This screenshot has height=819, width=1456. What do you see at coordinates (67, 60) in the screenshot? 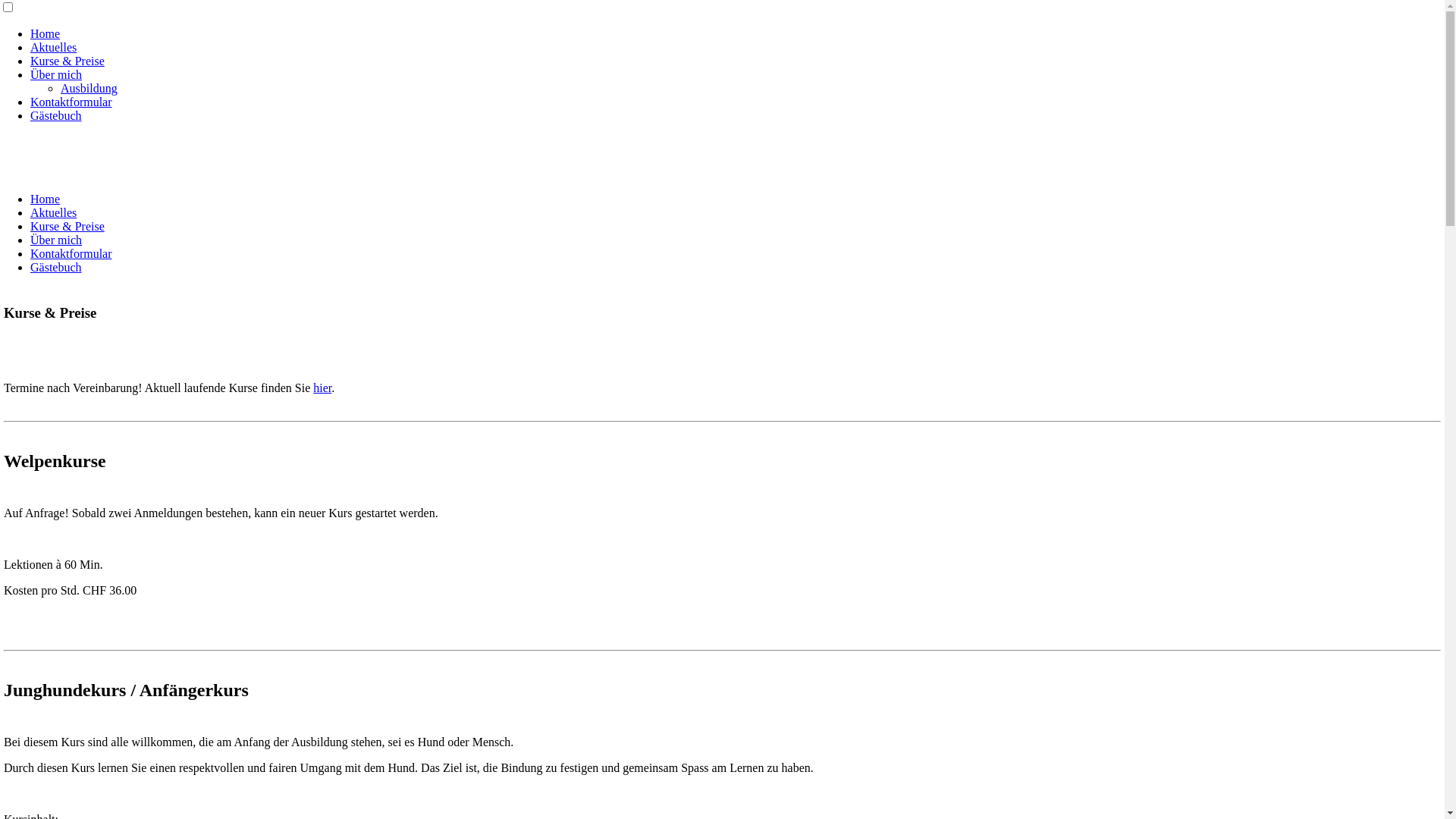
I see `'Kurse & Preise'` at bounding box center [67, 60].